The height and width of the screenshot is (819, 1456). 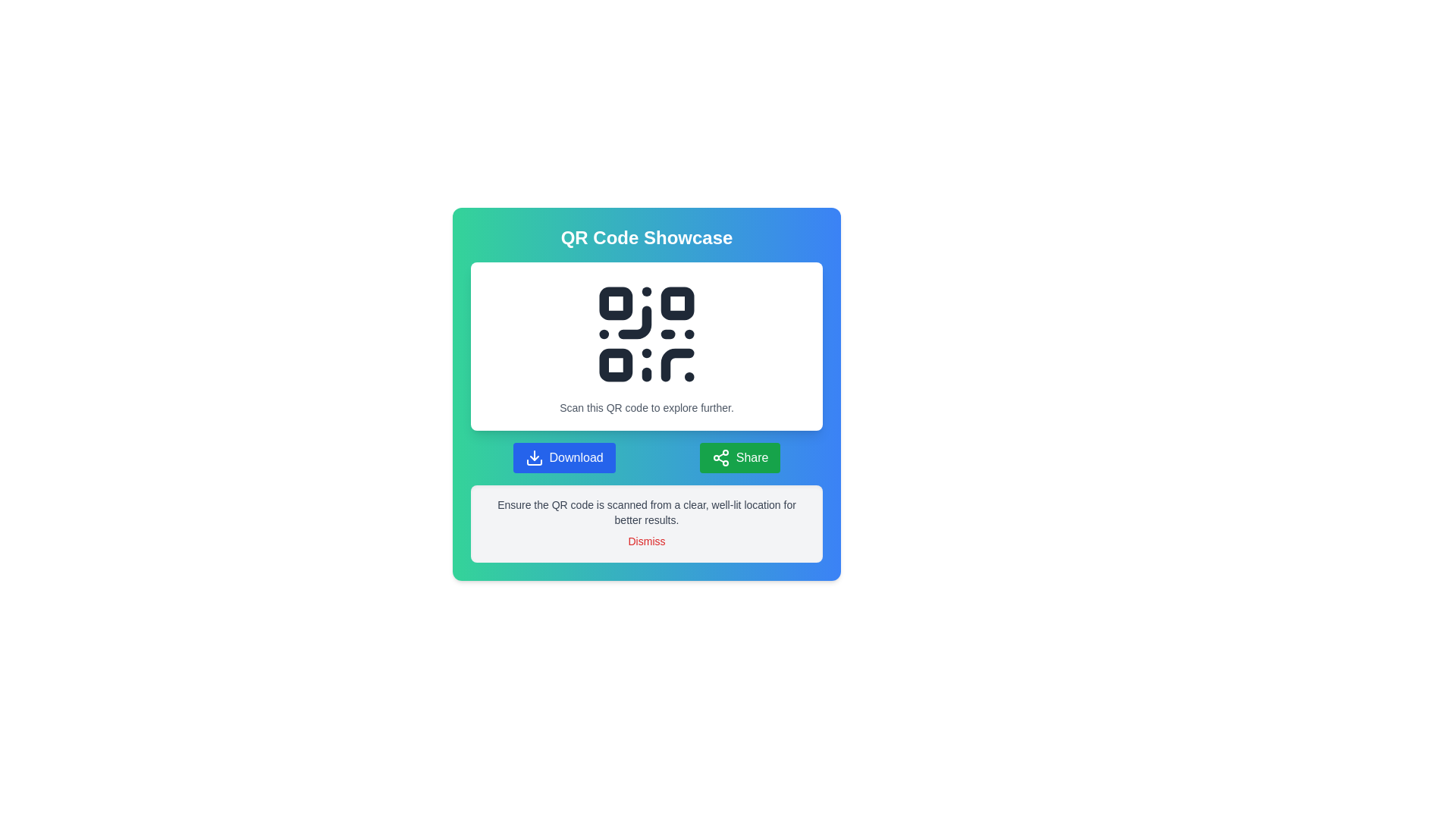 I want to click on the sharing icon located to the left of the green 'Share' button, which is positioned to the right of the 'Download' button below the QR code, so click(x=720, y=457).